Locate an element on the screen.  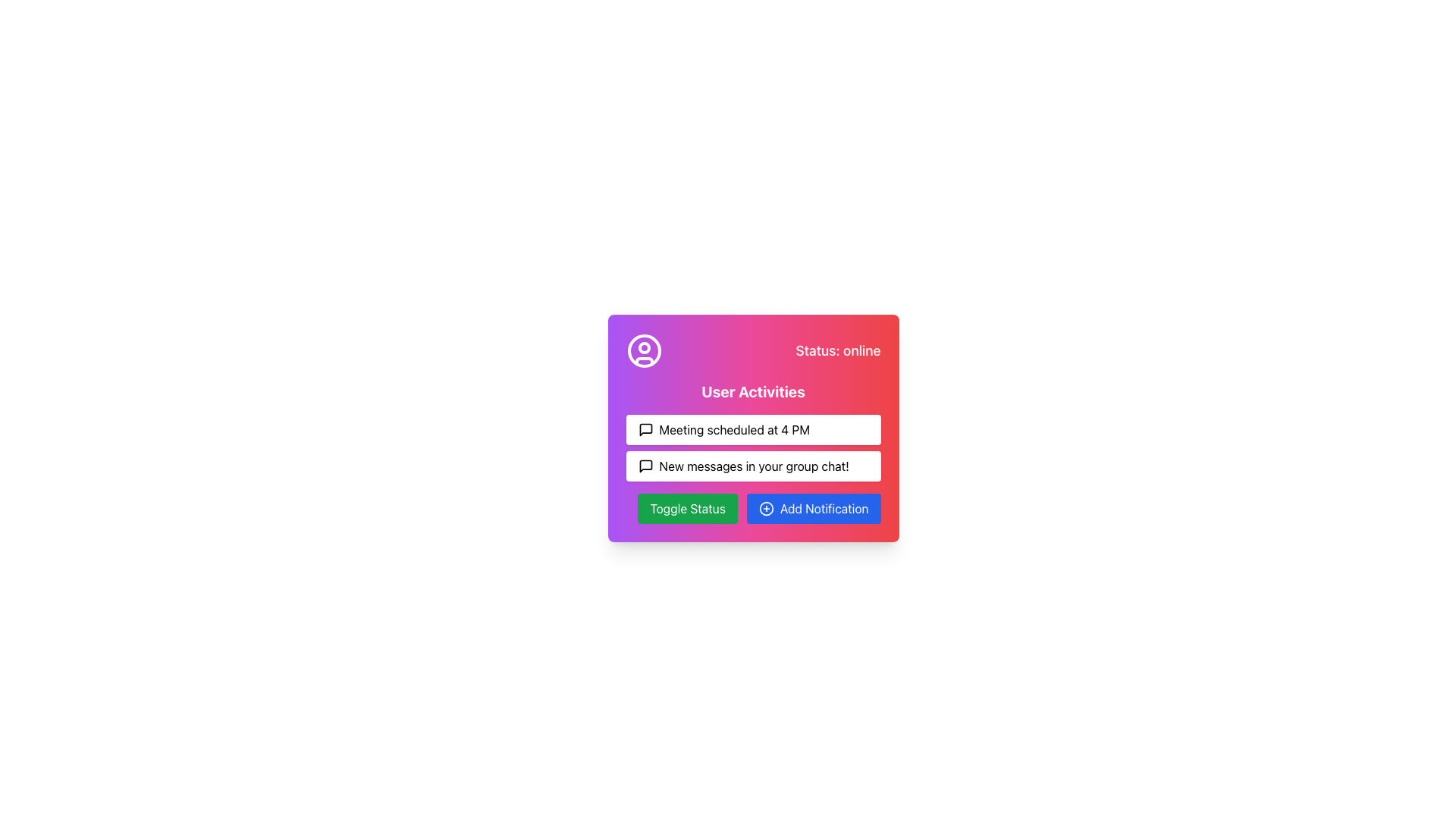
the notification card that displays the message 'New messages in your group chat!' located under the 'User Activities' section is located at coordinates (753, 465).